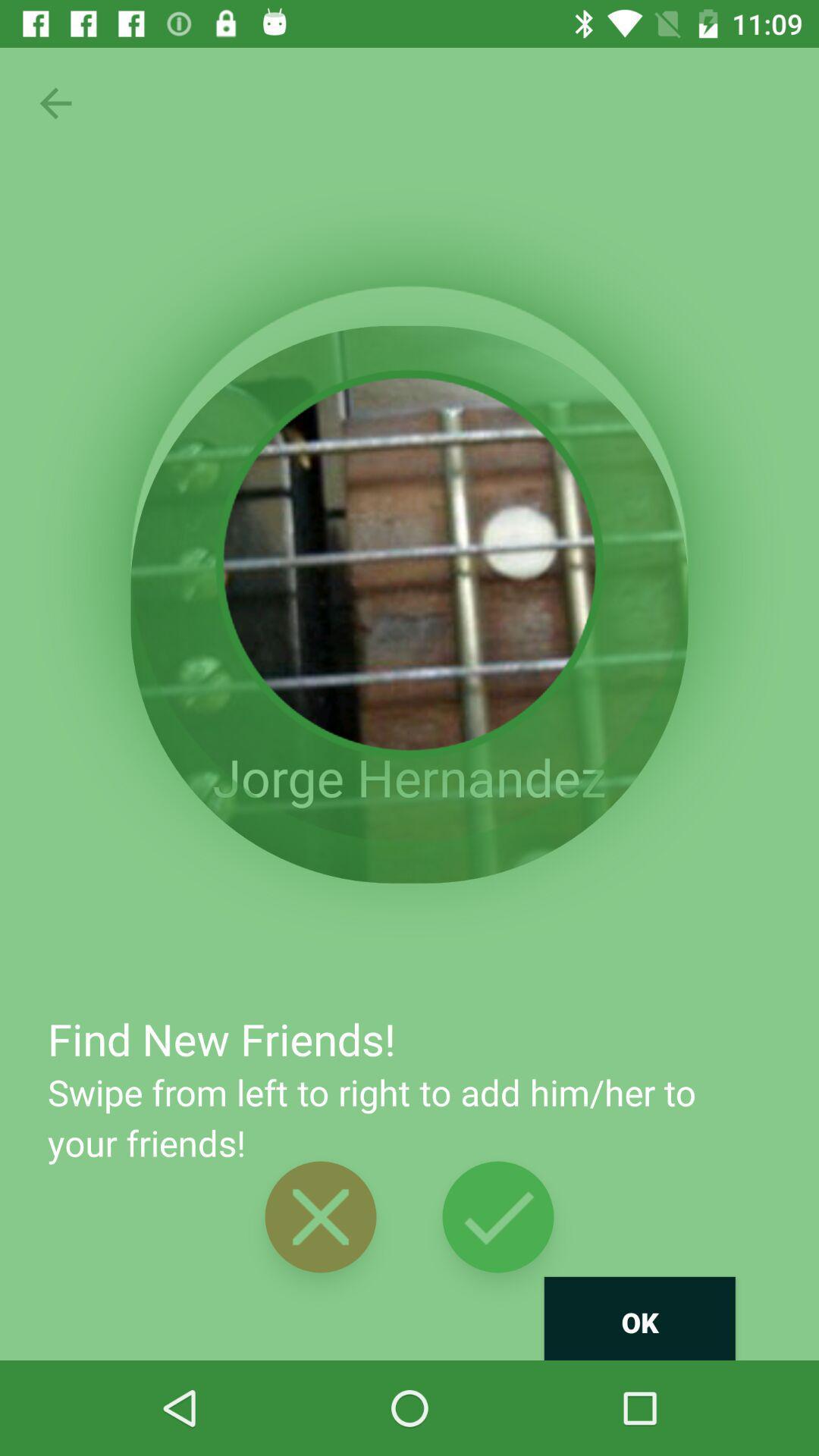  I want to click on close, so click(320, 1216).